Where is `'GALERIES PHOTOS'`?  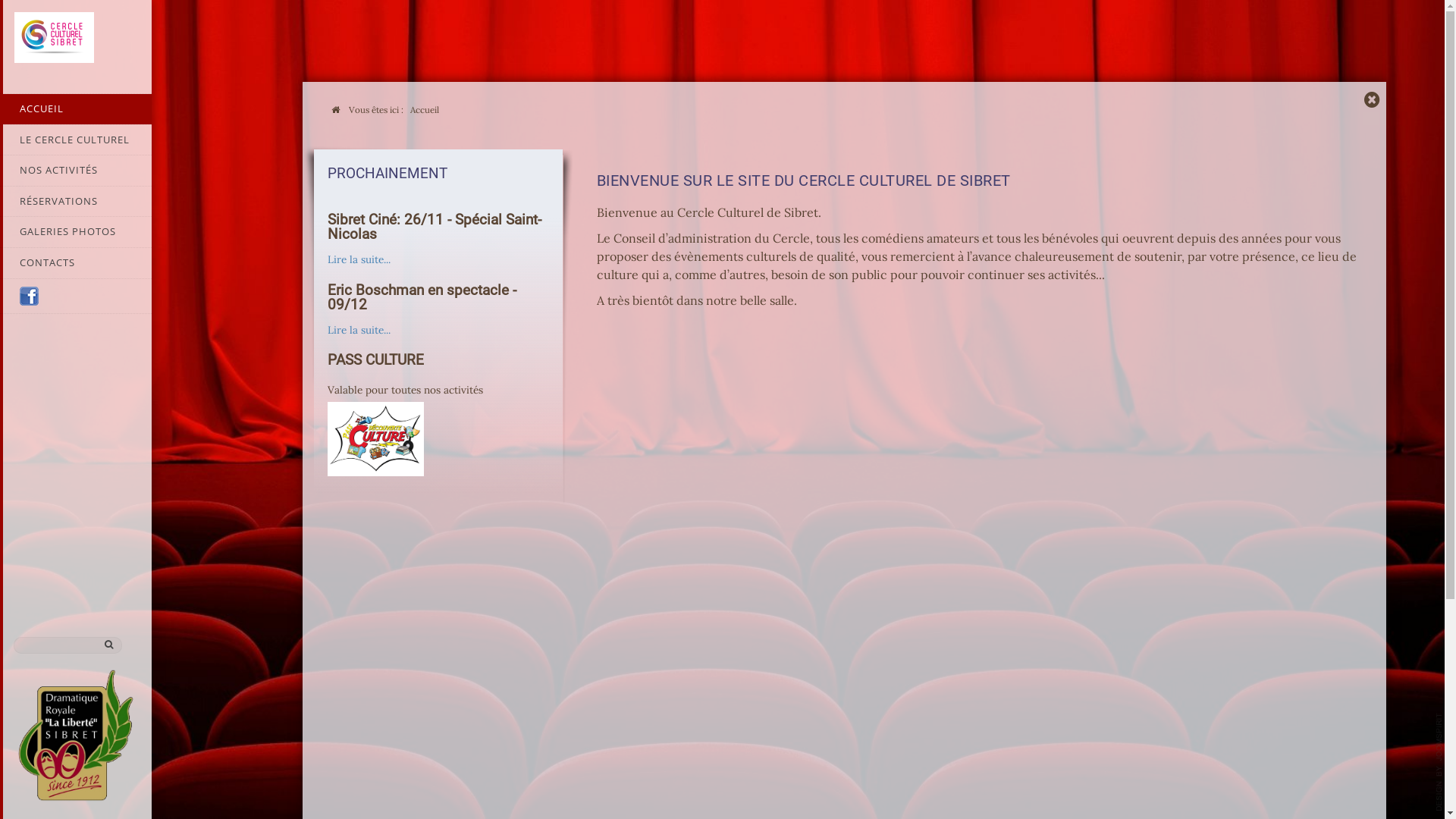 'GALERIES PHOTOS' is located at coordinates (75, 231).